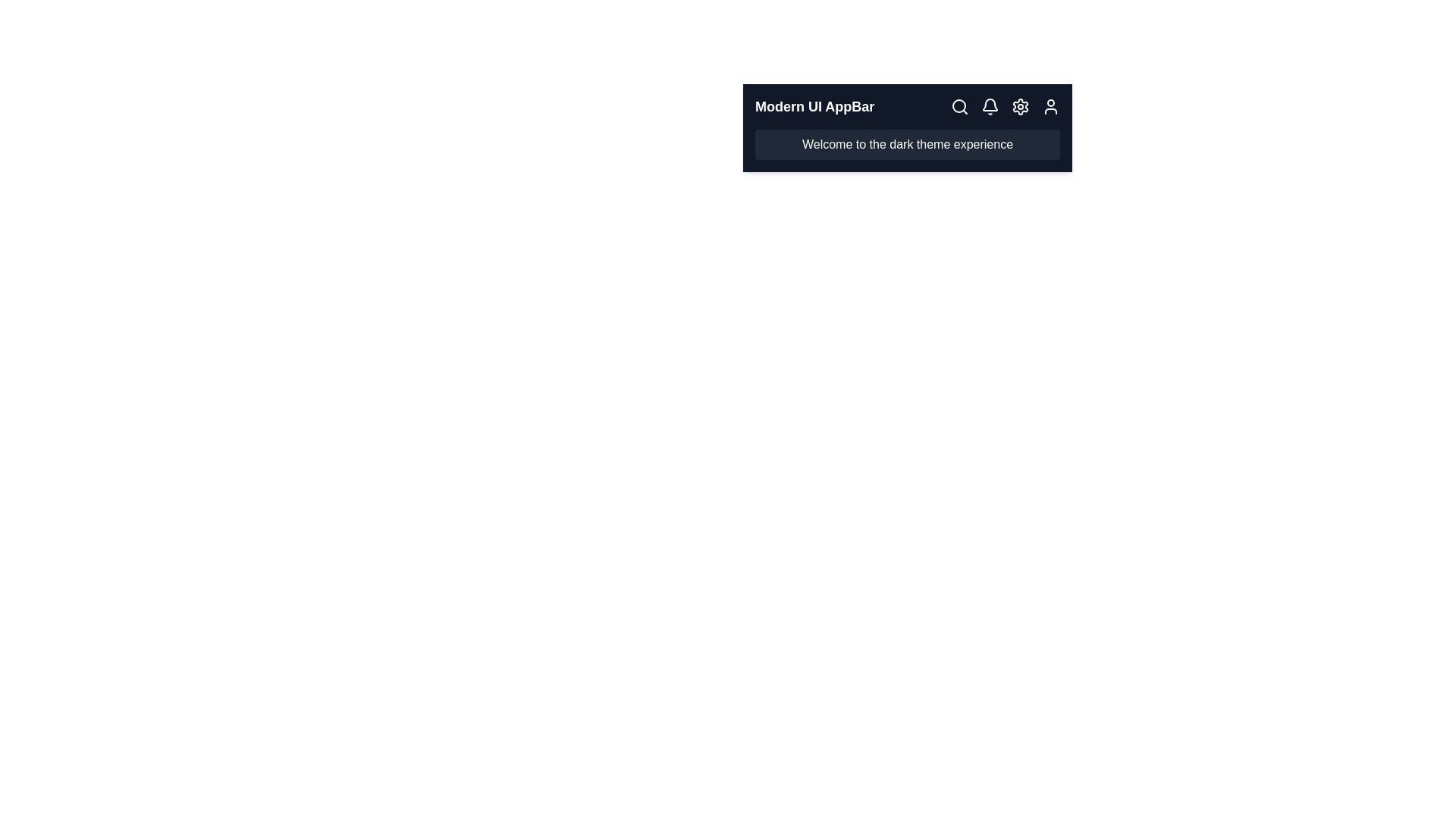  Describe the element at coordinates (990, 106) in the screenshot. I see `the 'Notifications' icon in the AppBar` at that location.